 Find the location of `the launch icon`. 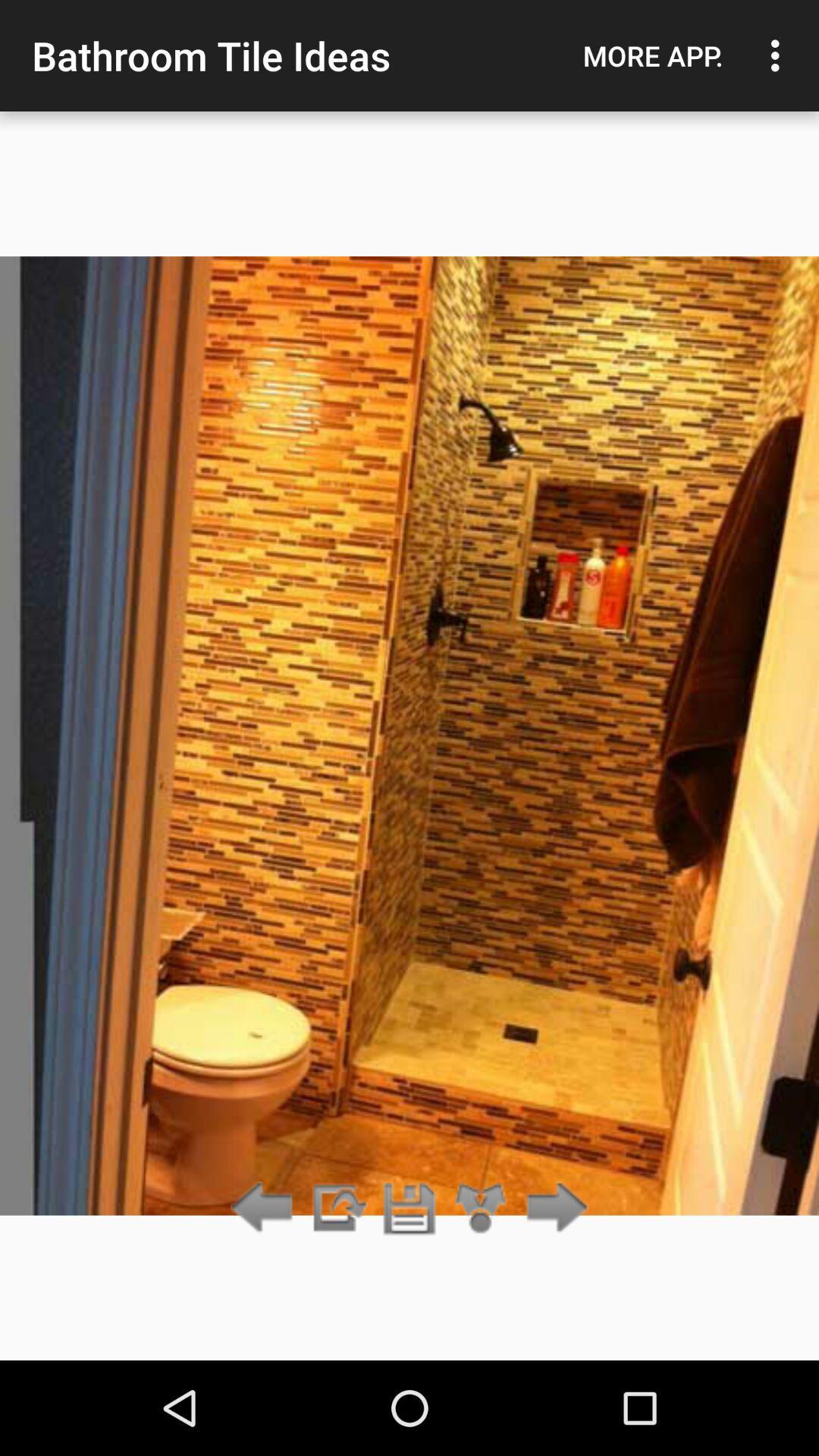

the launch icon is located at coordinates (337, 1208).